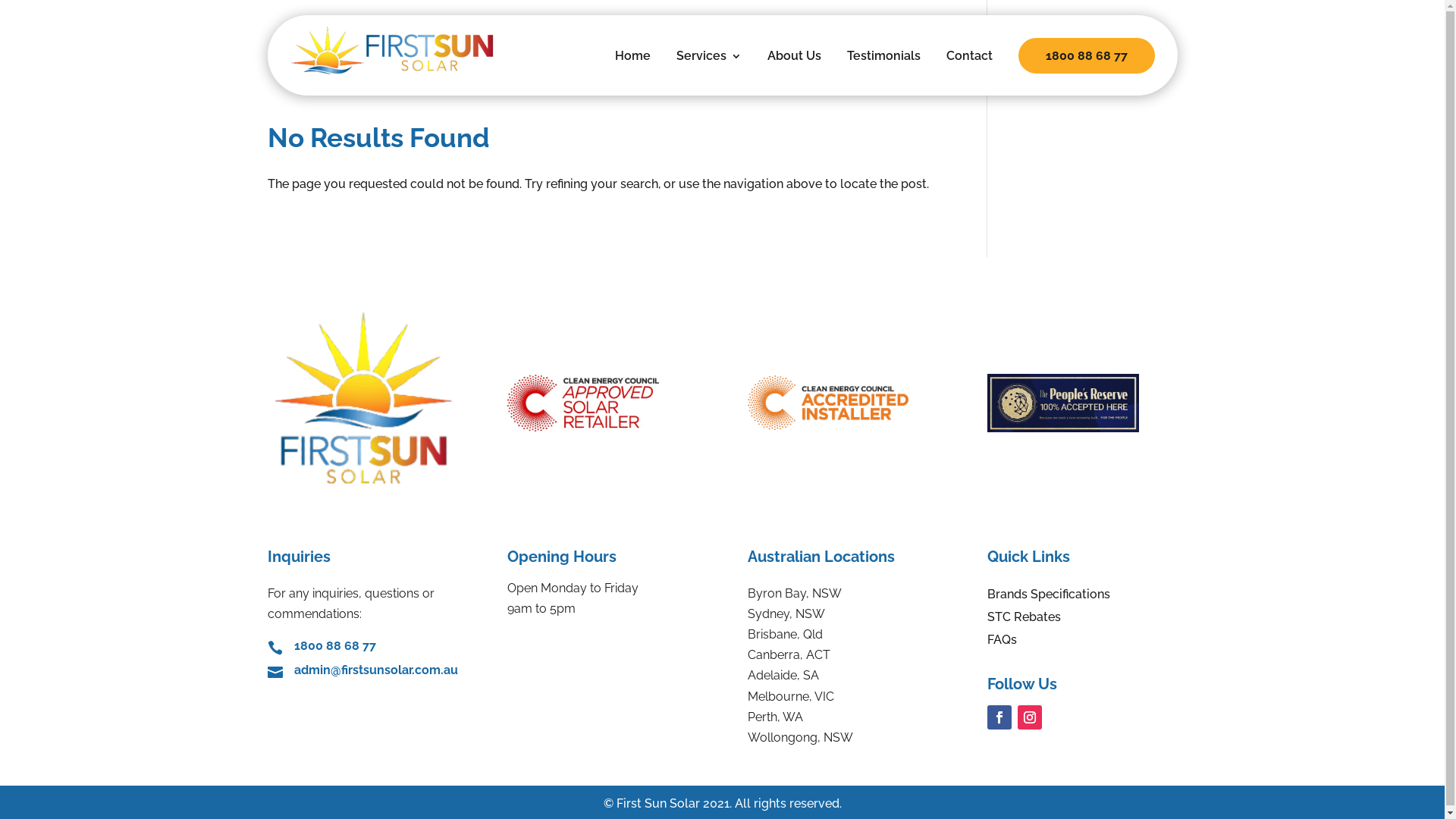 The width and height of the screenshot is (1456, 819). Describe the element at coordinates (334, 645) in the screenshot. I see `'1800 88 68 77'` at that location.